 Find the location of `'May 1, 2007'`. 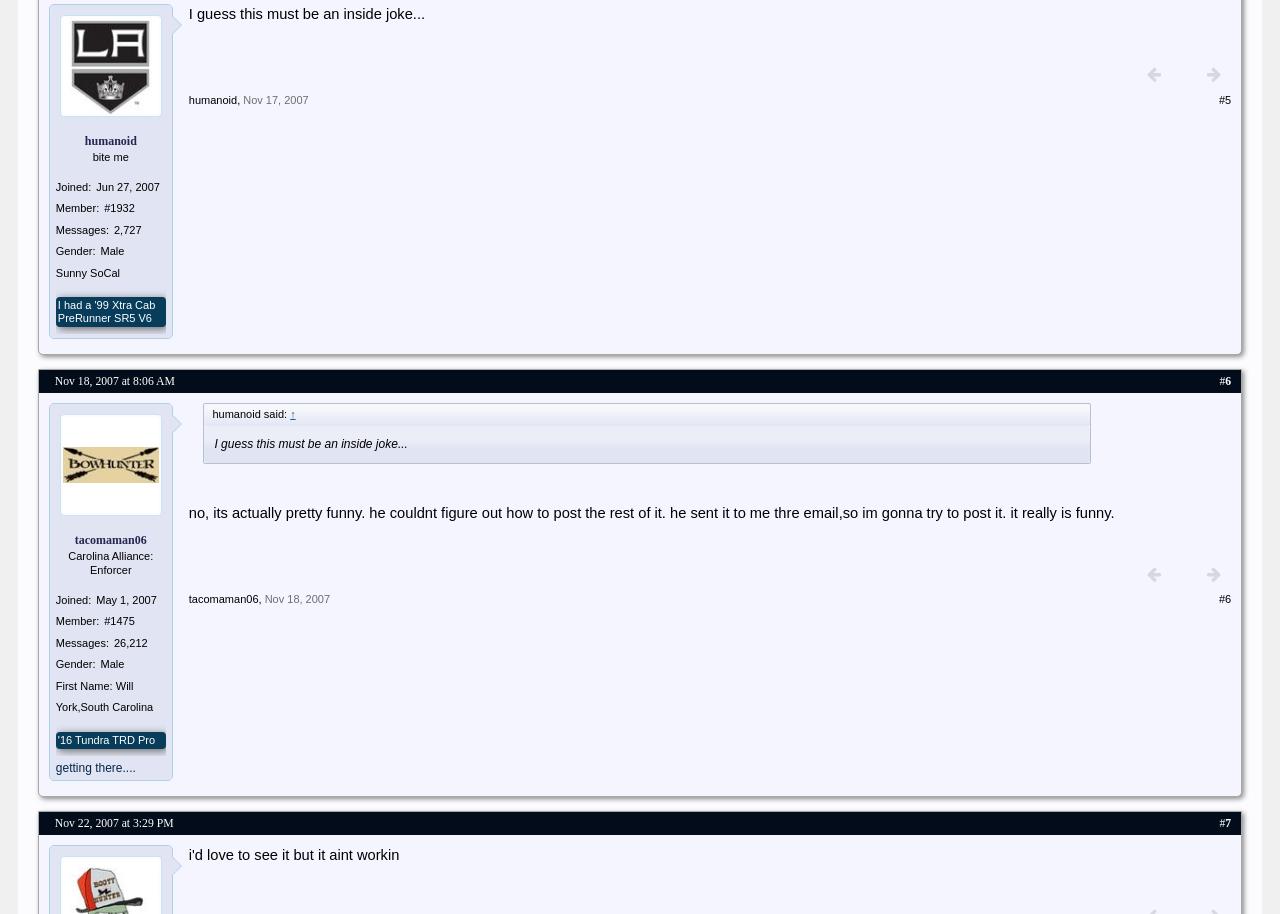

'May 1, 2007' is located at coordinates (124, 598).